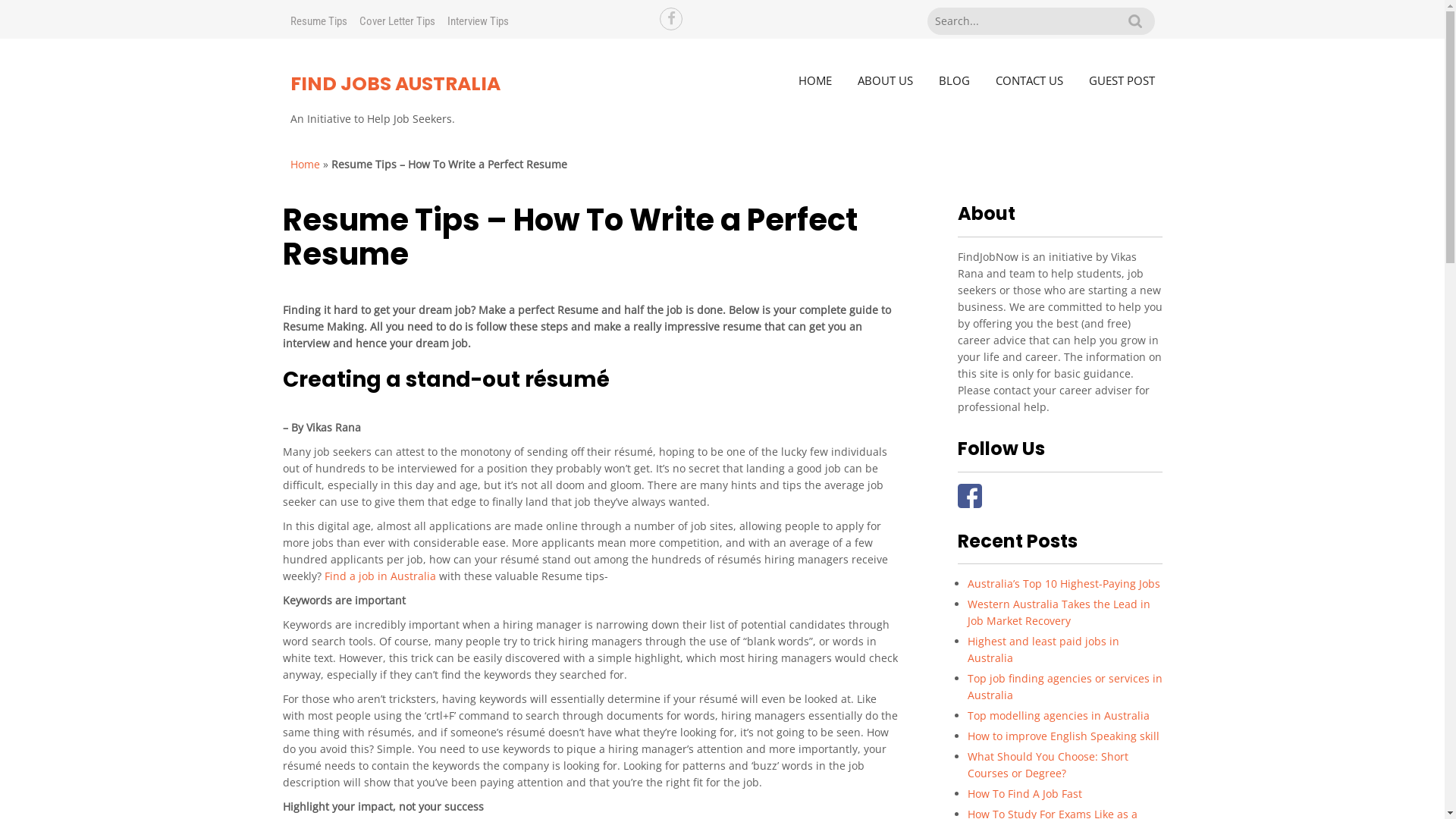 The width and height of the screenshot is (1456, 819). Describe the element at coordinates (477, 20) in the screenshot. I see `'Interview Tips'` at that location.